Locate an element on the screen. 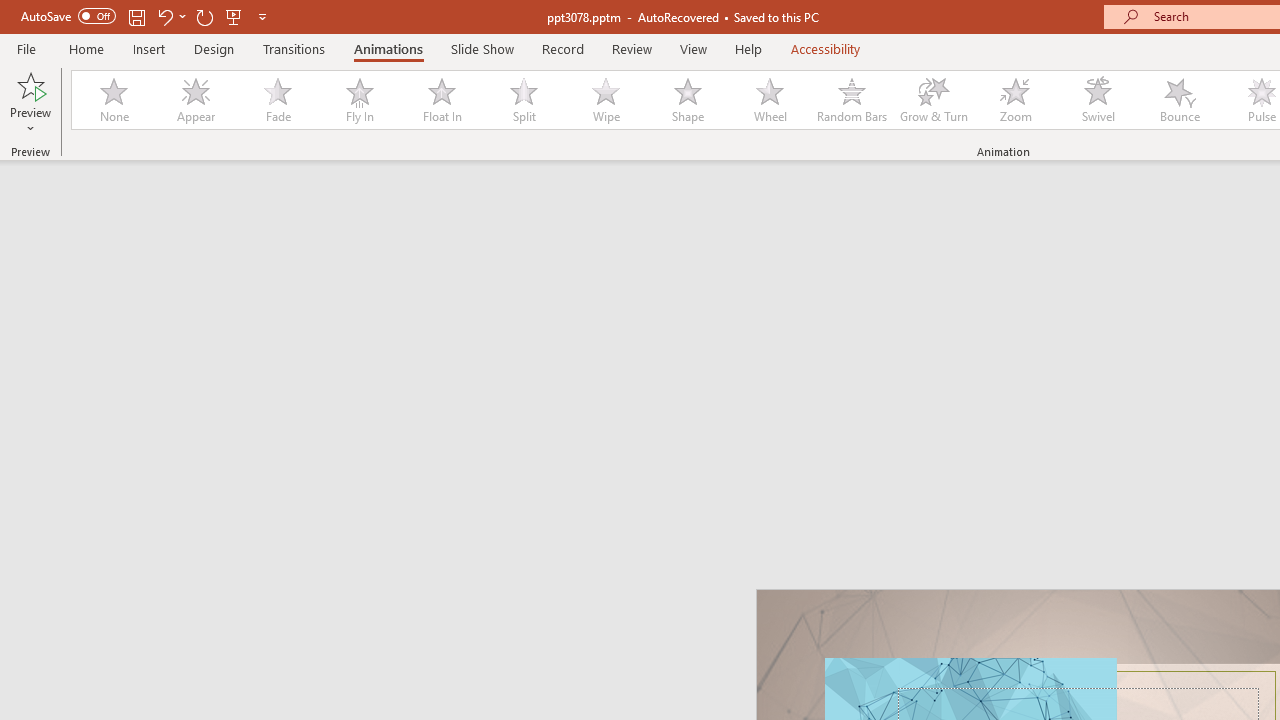 The image size is (1280, 720). 'Float In' is located at coordinates (440, 100).